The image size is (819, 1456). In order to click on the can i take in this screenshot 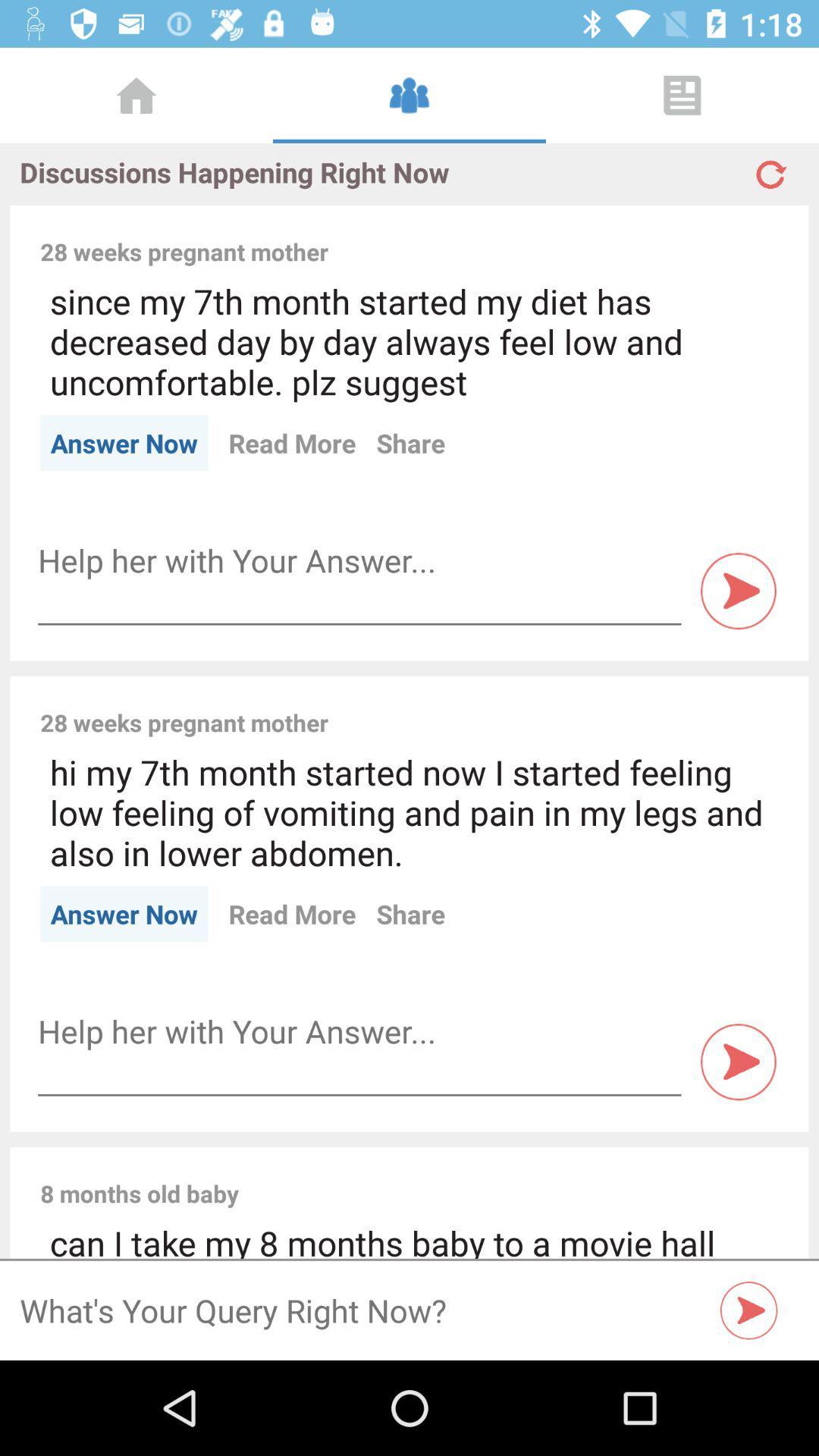, I will do `click(409, 1239)`.